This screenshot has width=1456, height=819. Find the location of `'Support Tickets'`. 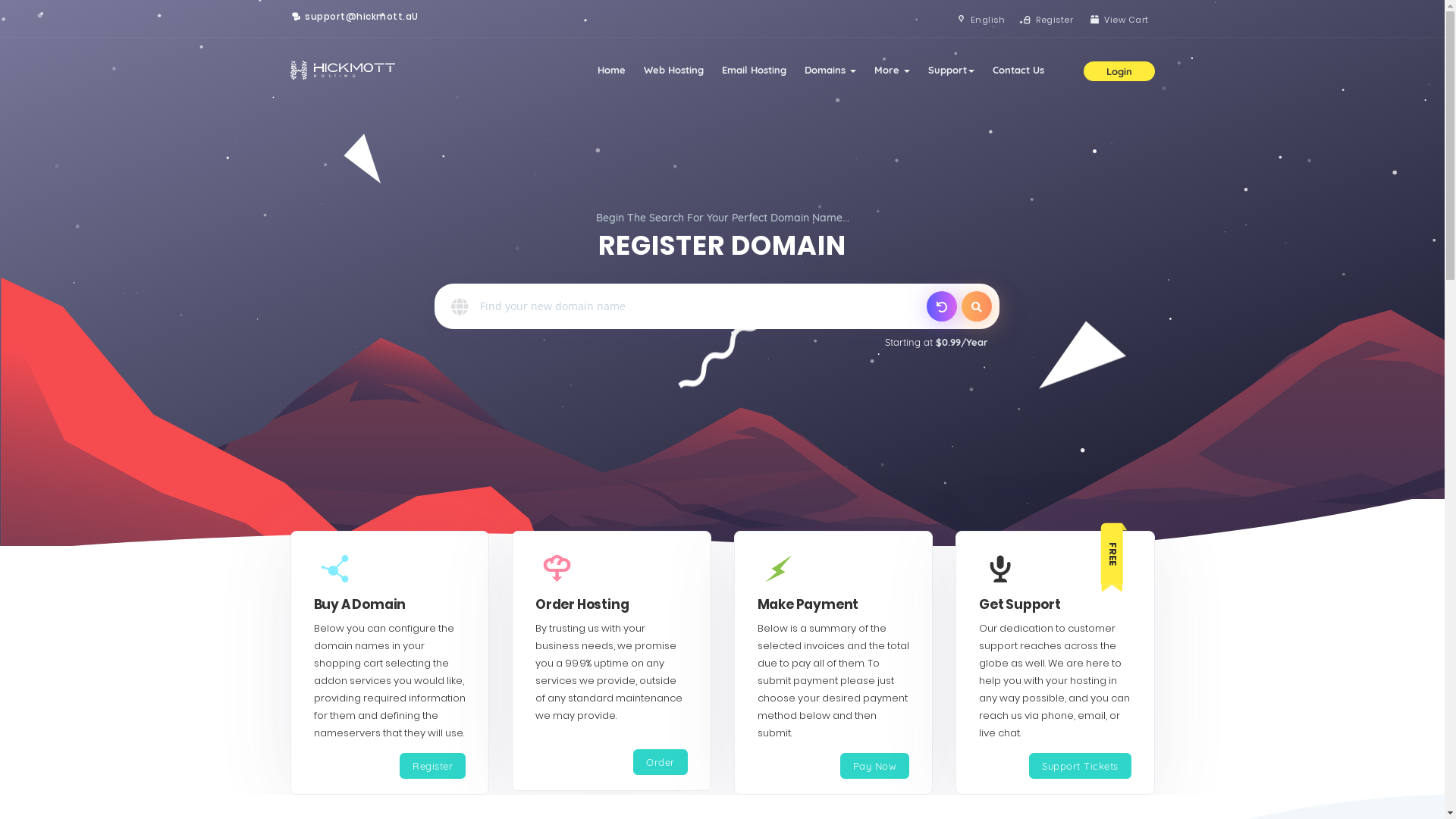

'Support Tickets' is located at coordinates (1079, 766).